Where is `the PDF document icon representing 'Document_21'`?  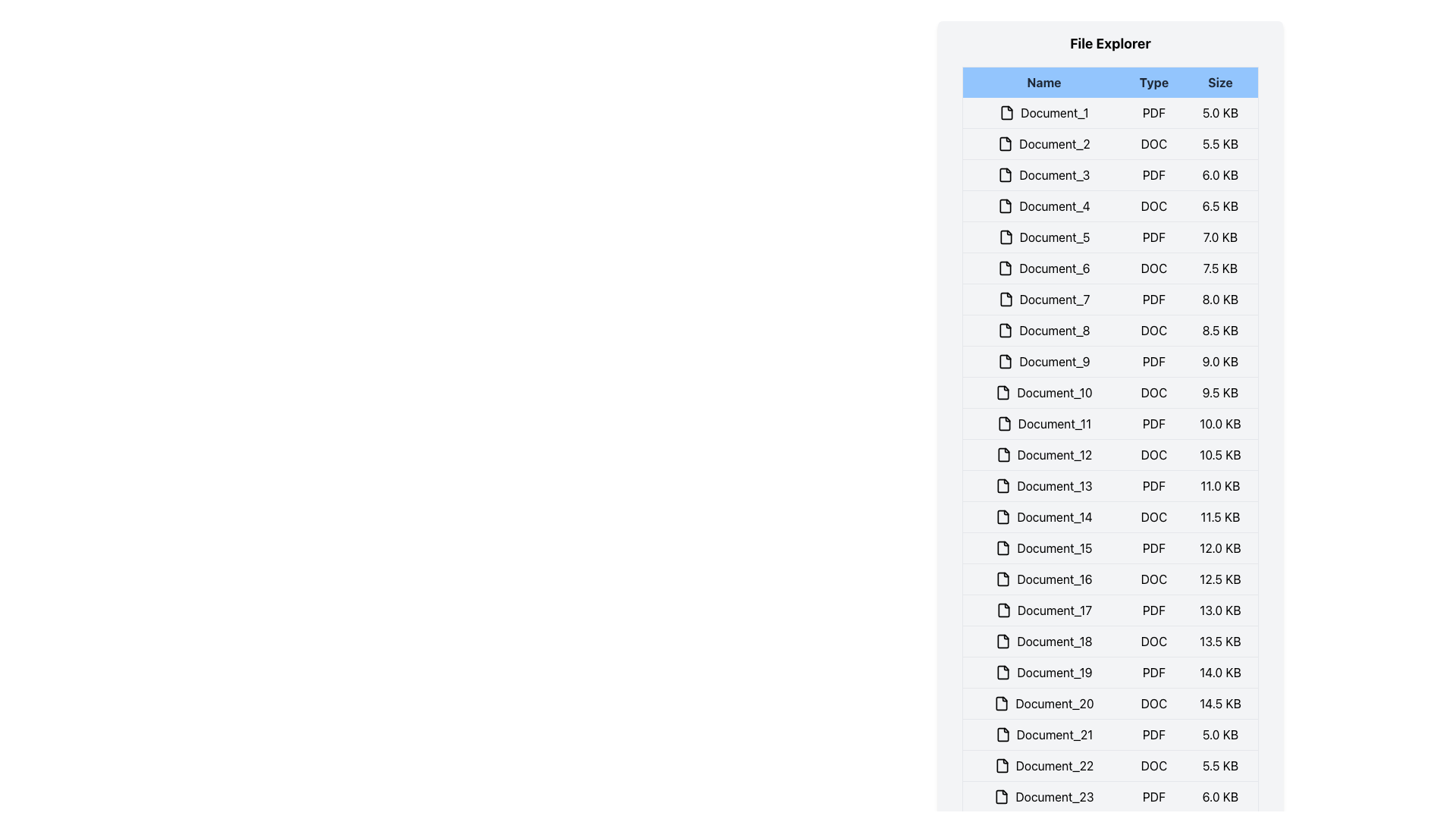 the PDF document icon representing 'Document_21' is located at coordinates (1003, 733).